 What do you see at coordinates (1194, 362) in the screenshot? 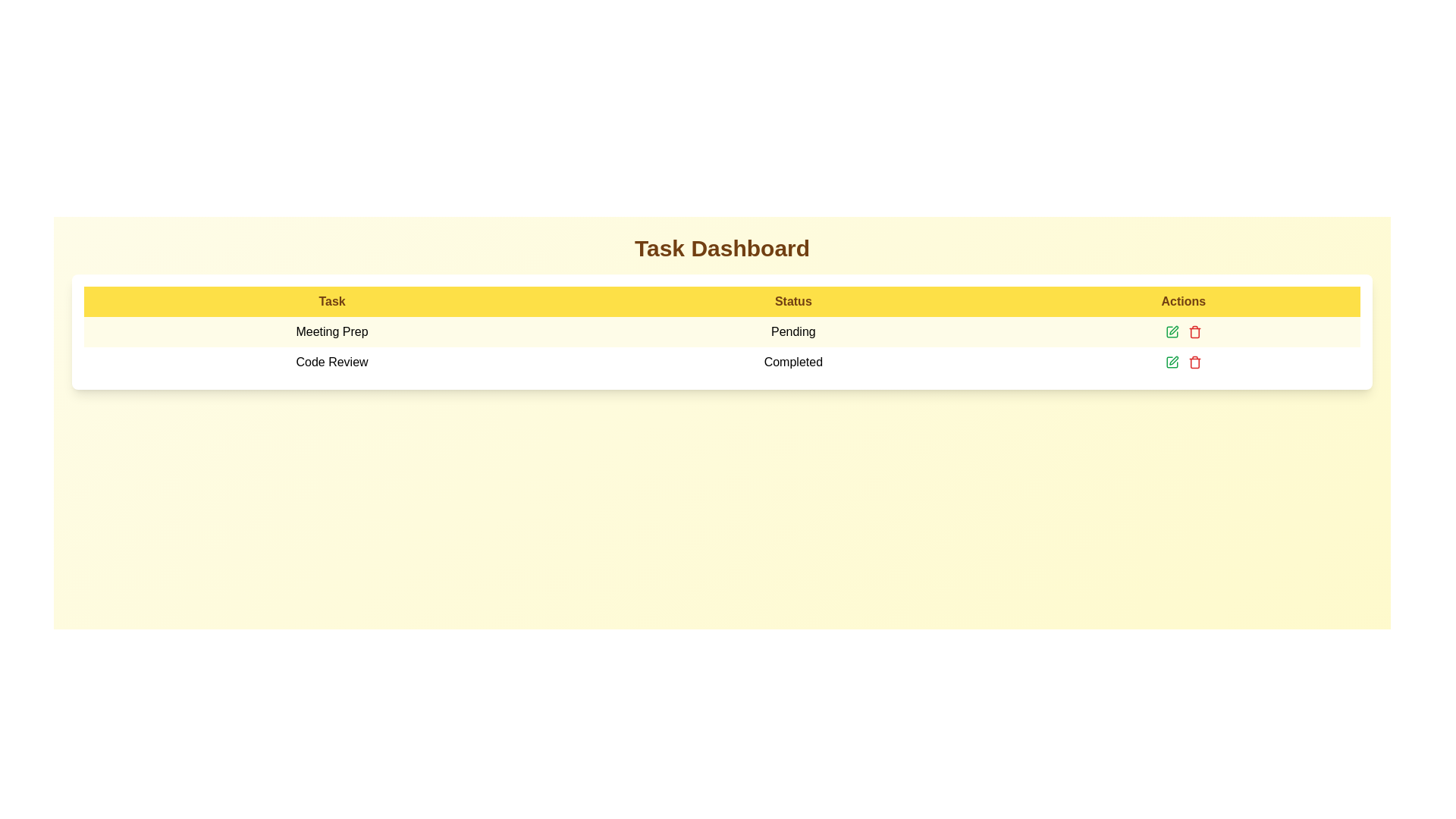
I see `the small square-shaped red trash icon representing the delete option located in the second row under the 'Actions' column of the table` at bounding box center [1194, 362].